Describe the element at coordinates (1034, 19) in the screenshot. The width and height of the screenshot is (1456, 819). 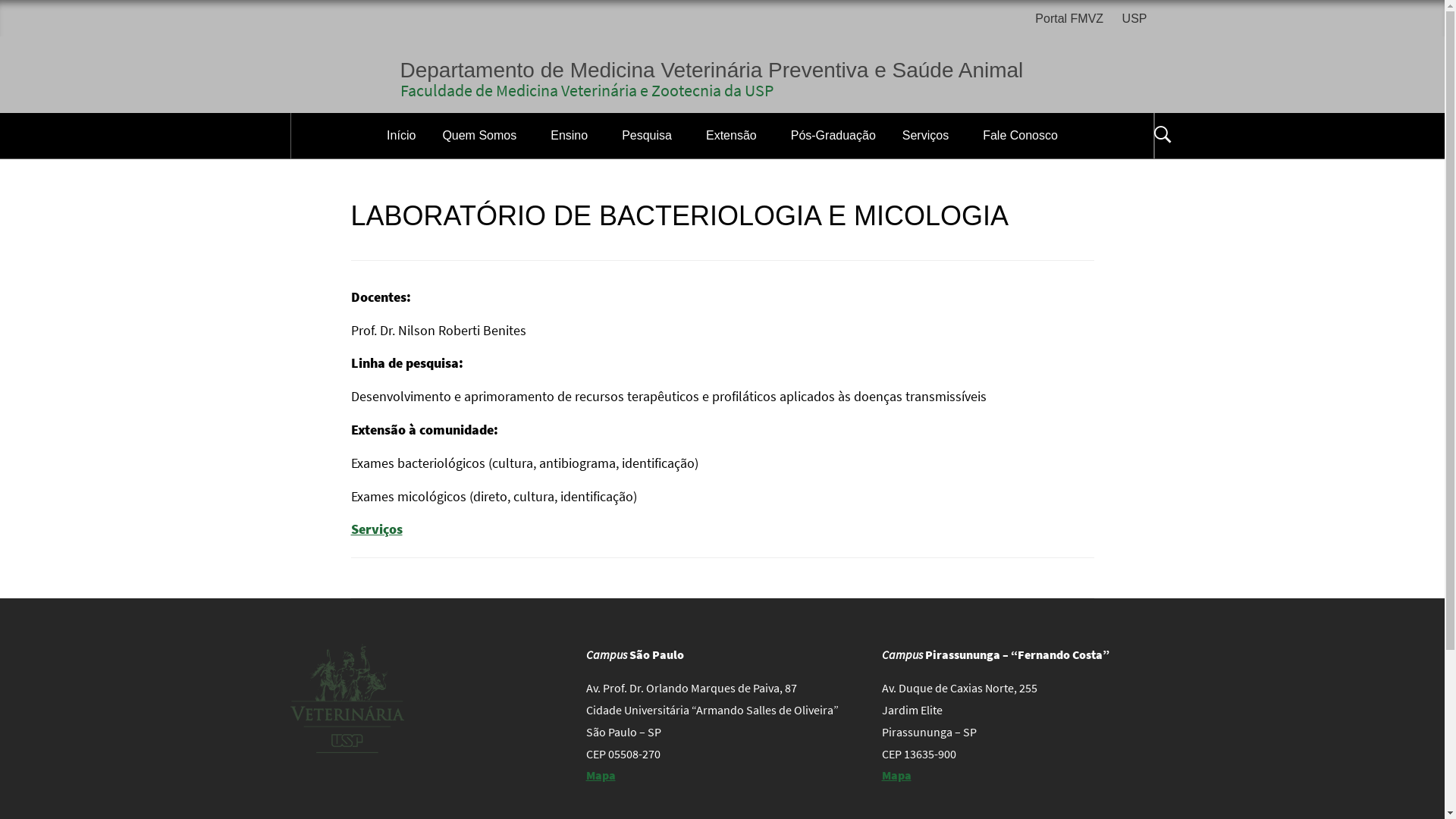
I see `'Portal FMVZ'` at that location.